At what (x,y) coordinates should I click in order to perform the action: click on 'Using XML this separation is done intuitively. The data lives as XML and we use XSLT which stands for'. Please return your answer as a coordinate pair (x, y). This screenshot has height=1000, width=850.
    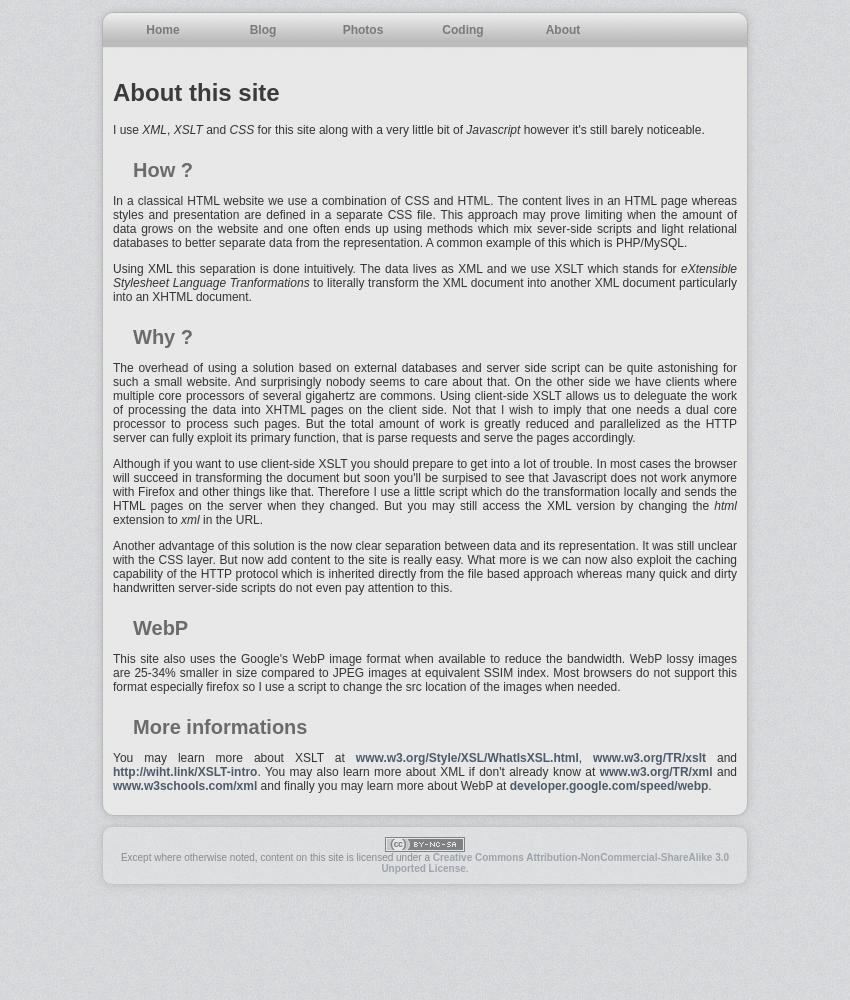
    Looking at the image, I should click on (396, 269).